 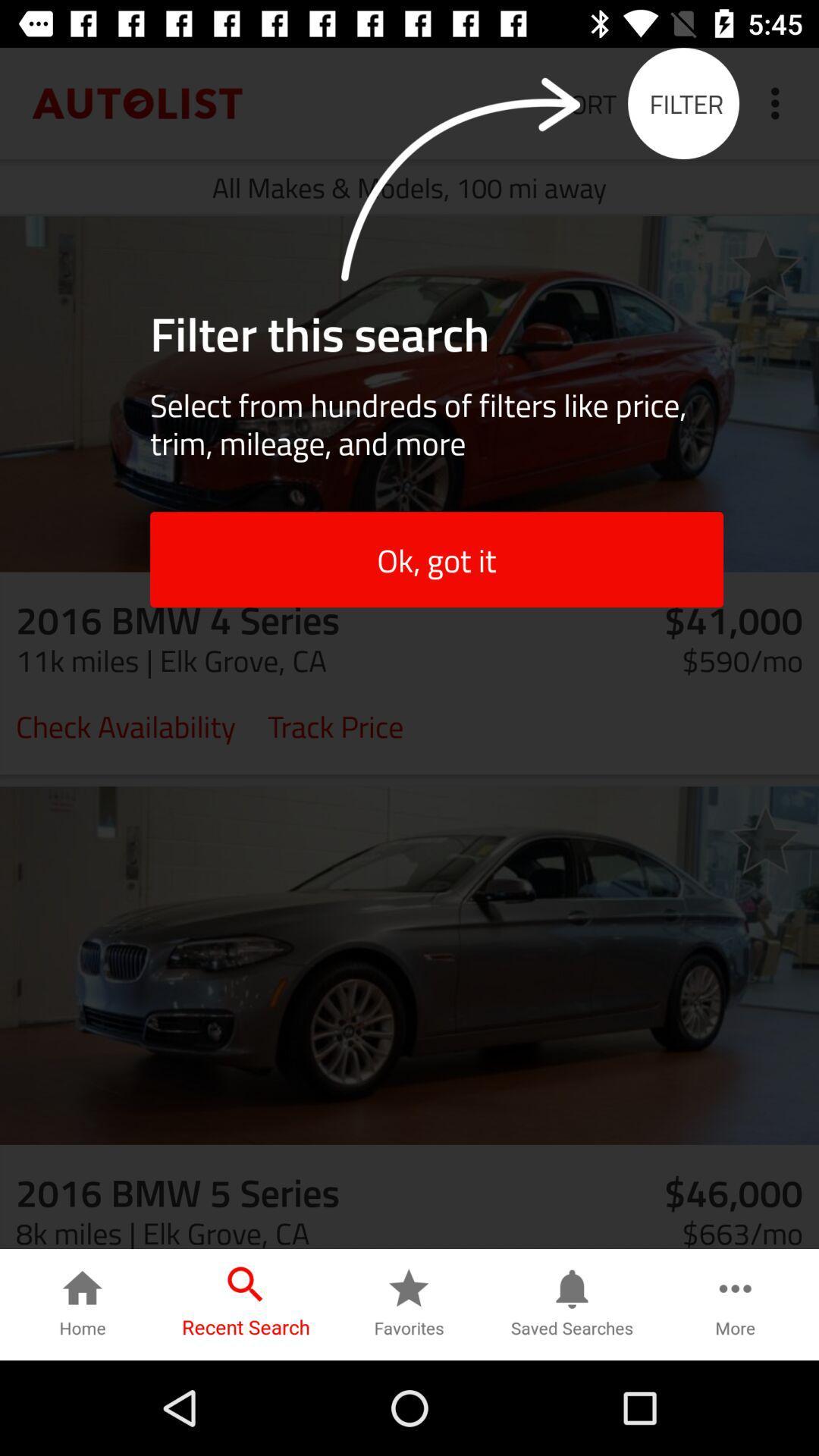 What do you see at coordinates (765, 265) in the screenshot?
I see `item above the select from hundreds icon` at bounding box center [765, 265].